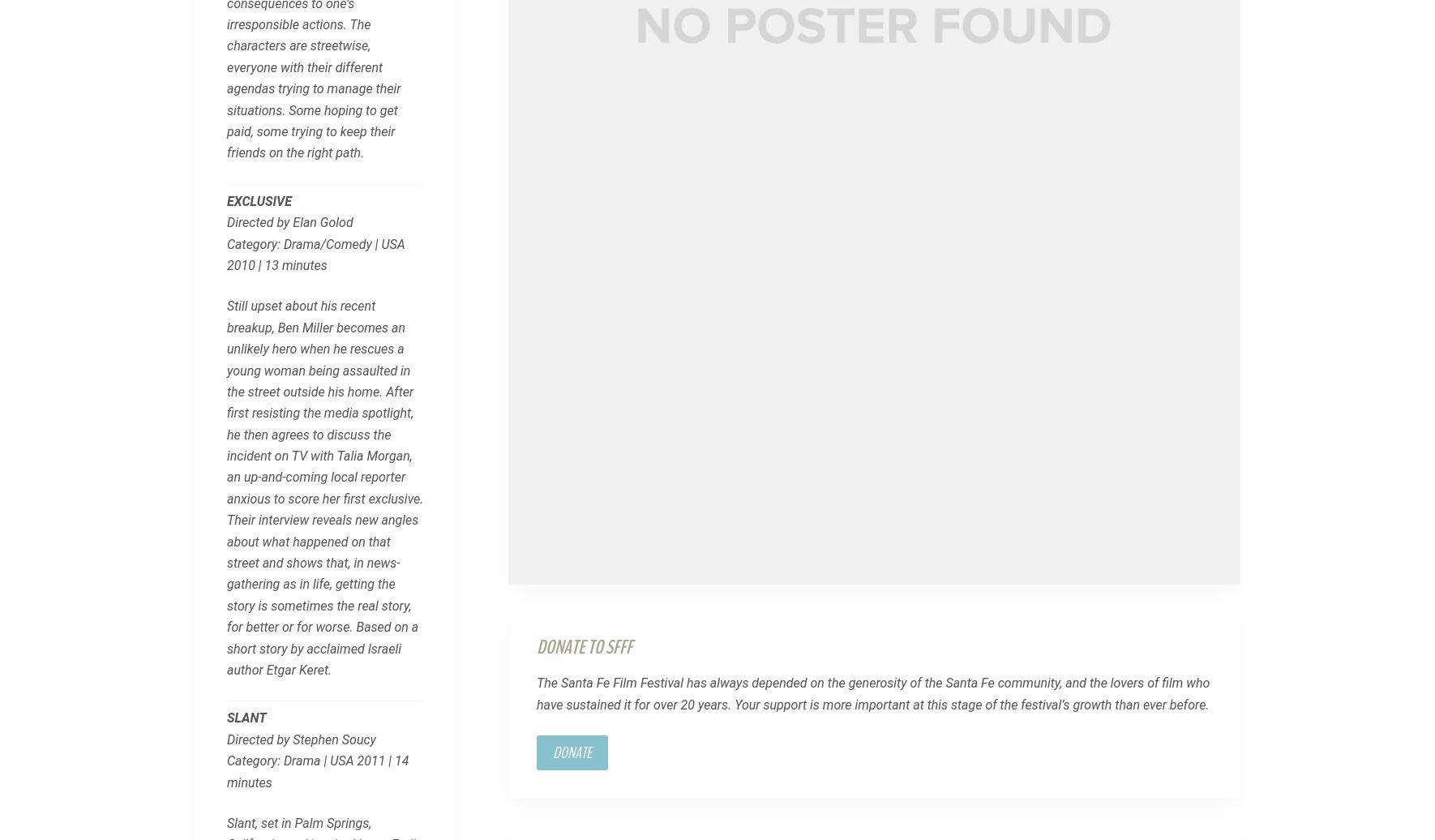 The width and height of the screenshot is (1435, 840). Describe the element at coordinates (763, 649) in the screenshot. I see `'Media Kit'` at that location.